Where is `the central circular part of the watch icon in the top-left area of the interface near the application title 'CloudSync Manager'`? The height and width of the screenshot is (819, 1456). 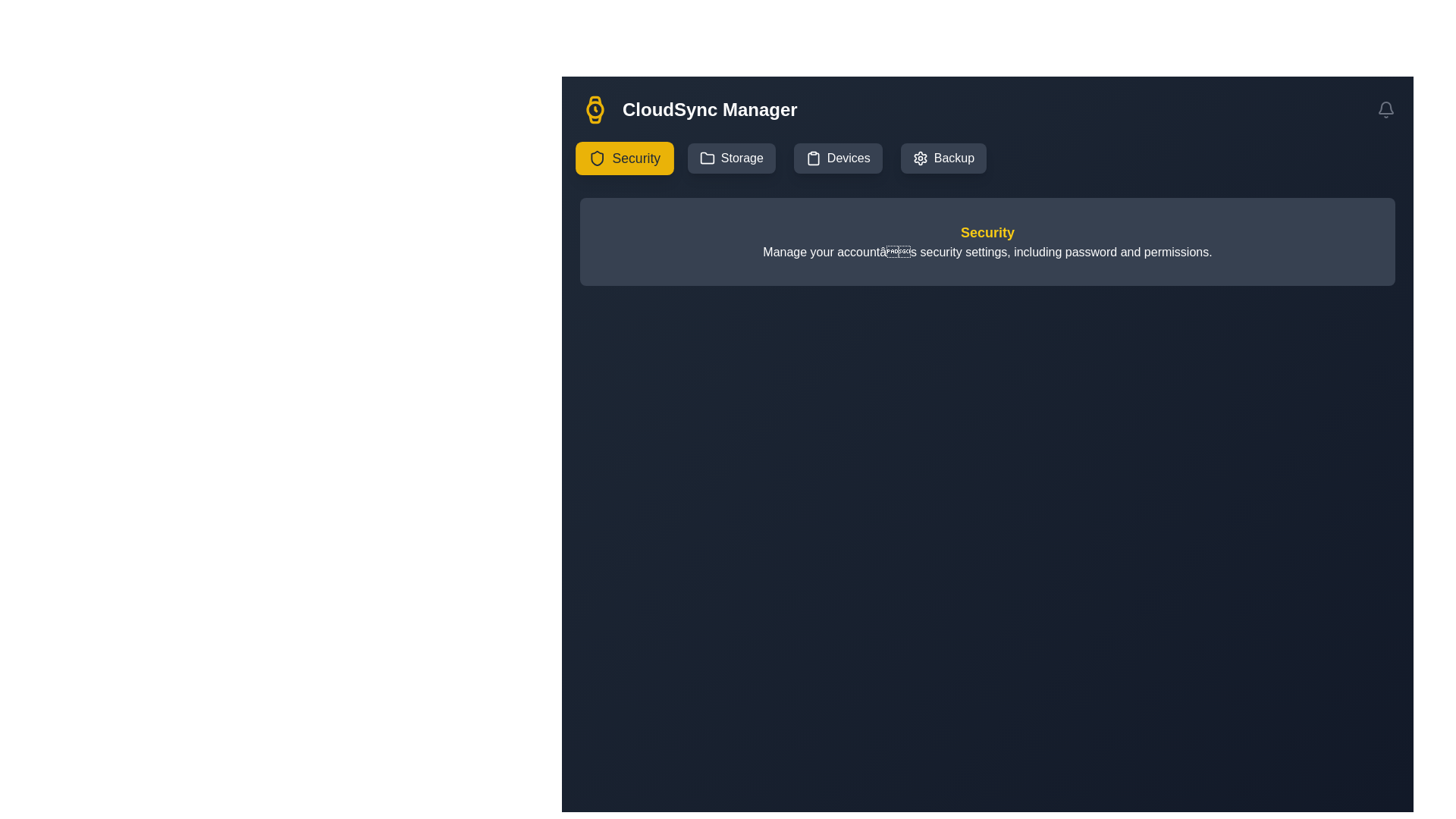 the central circular part of the watch icon in the top-left area of the interface near the application title 'CloudSync Manager' is located at coordinates (595, 109).